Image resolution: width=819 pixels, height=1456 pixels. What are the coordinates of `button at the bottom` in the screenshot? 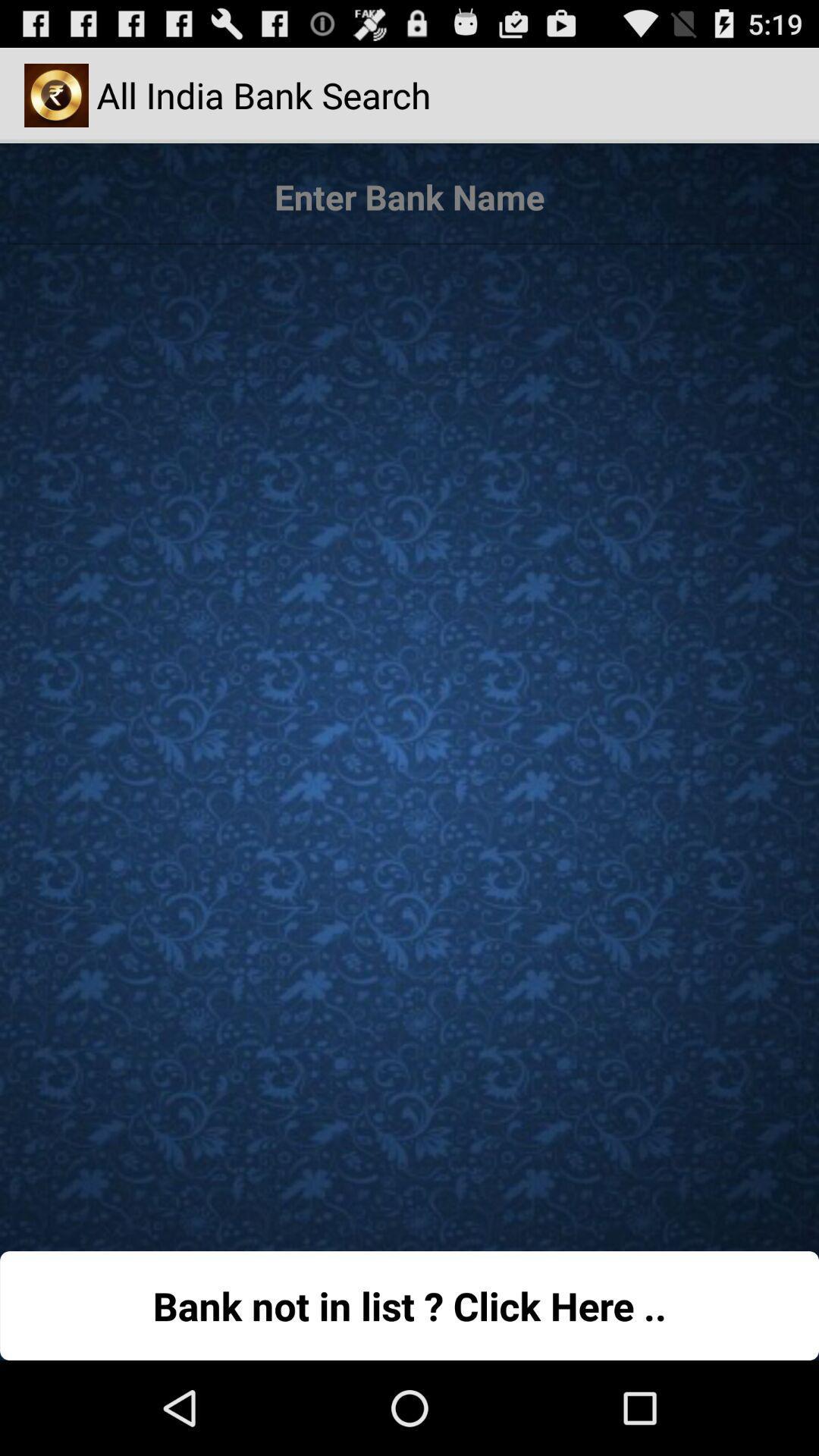 It's located at (409, 1305).